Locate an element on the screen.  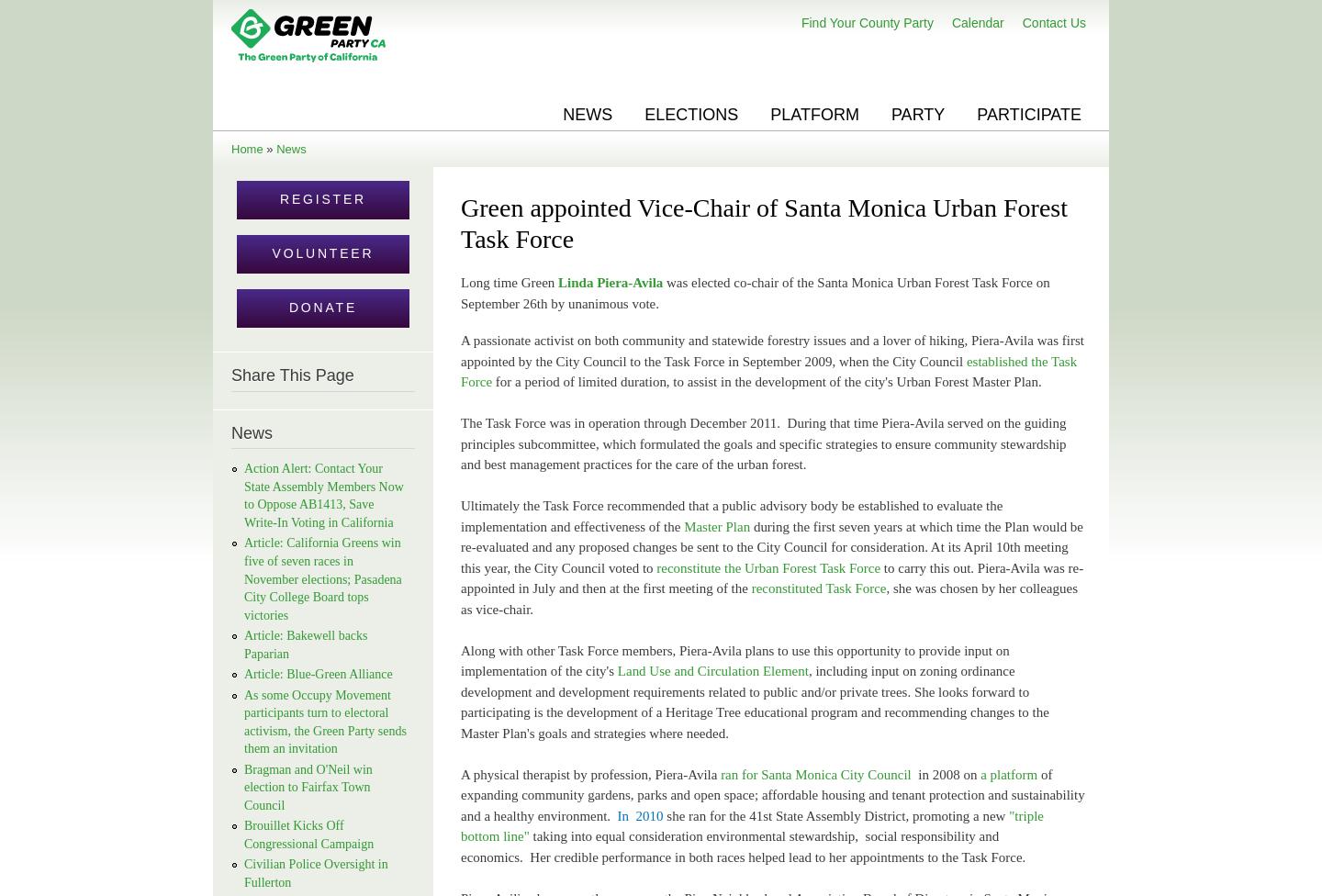
'Ultimately the Task Force recommended that a public advisory body be established to evaluate the implementation and effectiveness of the' is located at coordinates (732, 515).